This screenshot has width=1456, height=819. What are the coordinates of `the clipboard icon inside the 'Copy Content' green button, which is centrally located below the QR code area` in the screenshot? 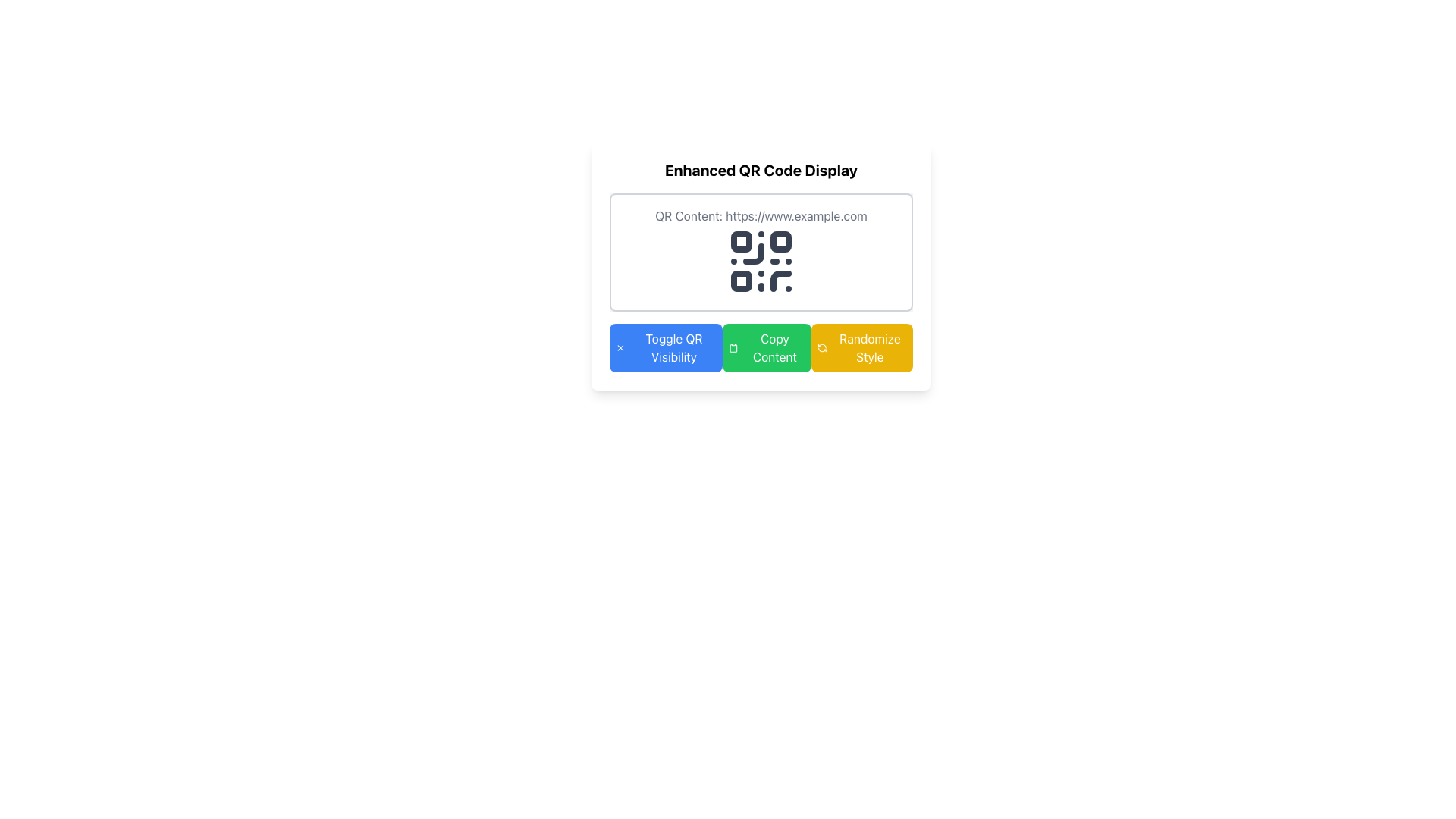 It's located at (733, 348).